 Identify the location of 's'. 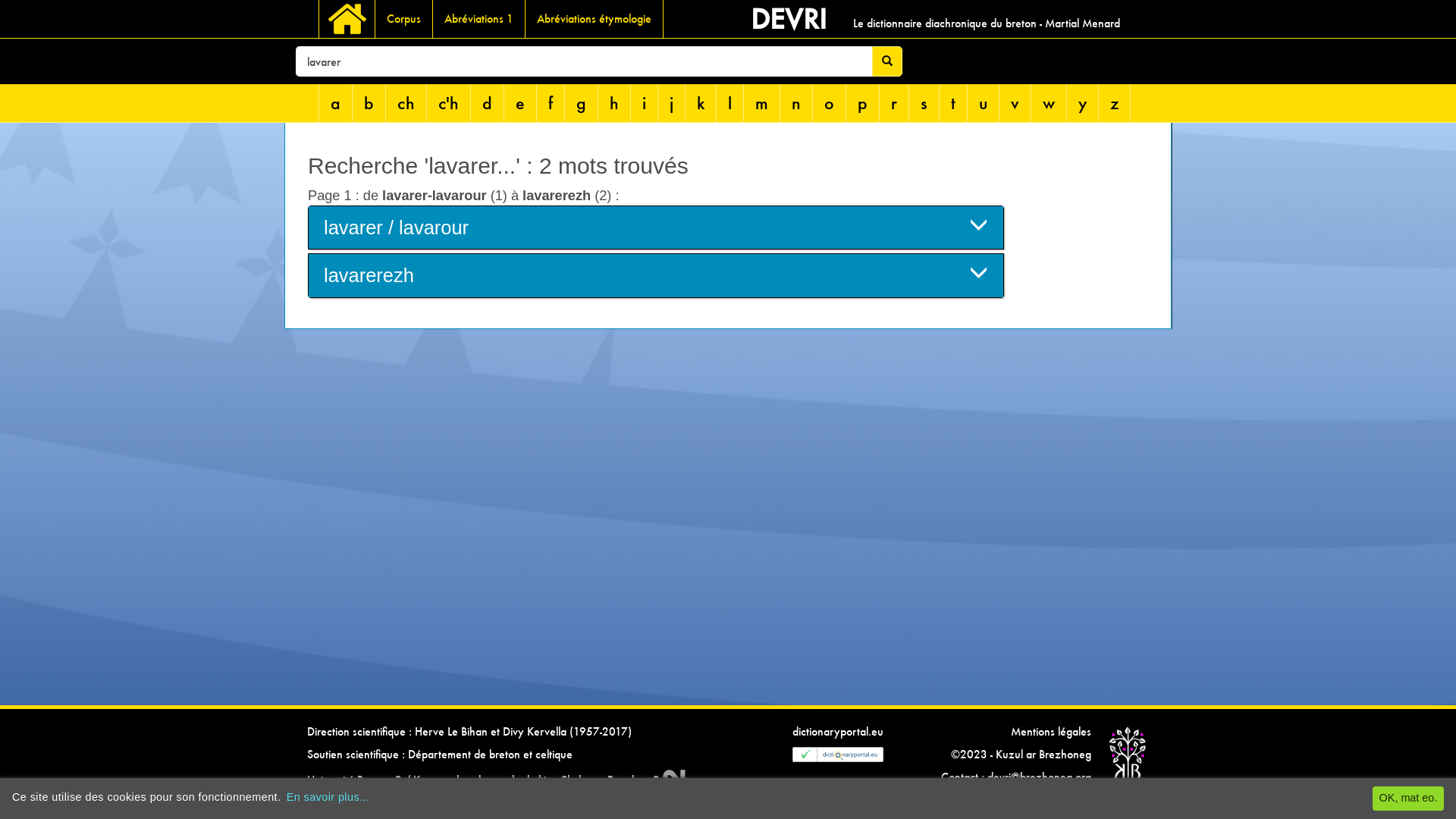
(924, 102).